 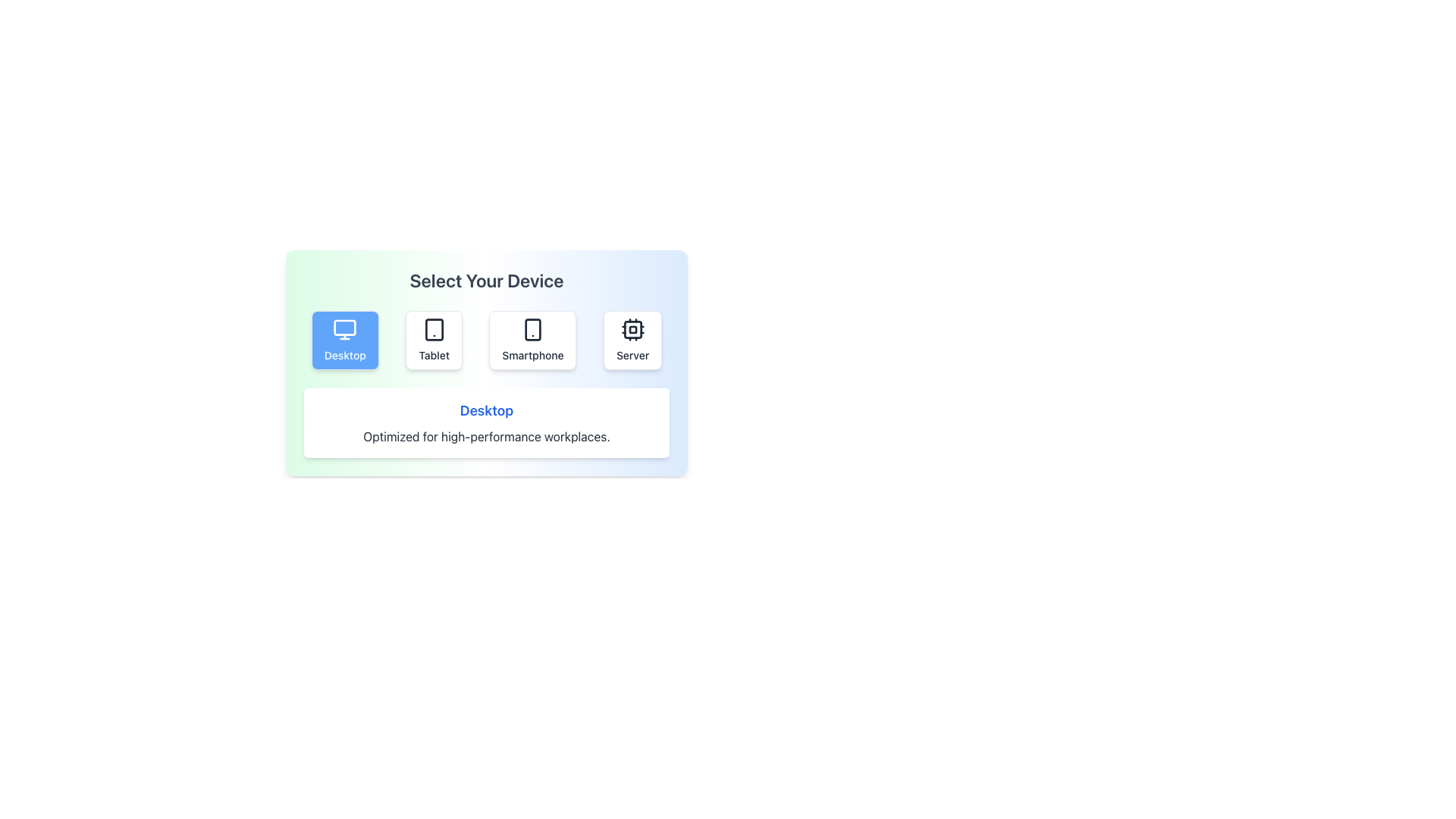 I want to click on the bold, blue 'Desktop' text label that is centrally positioned within its card-like area and stands out from other elements, so click(x=487, y=411).